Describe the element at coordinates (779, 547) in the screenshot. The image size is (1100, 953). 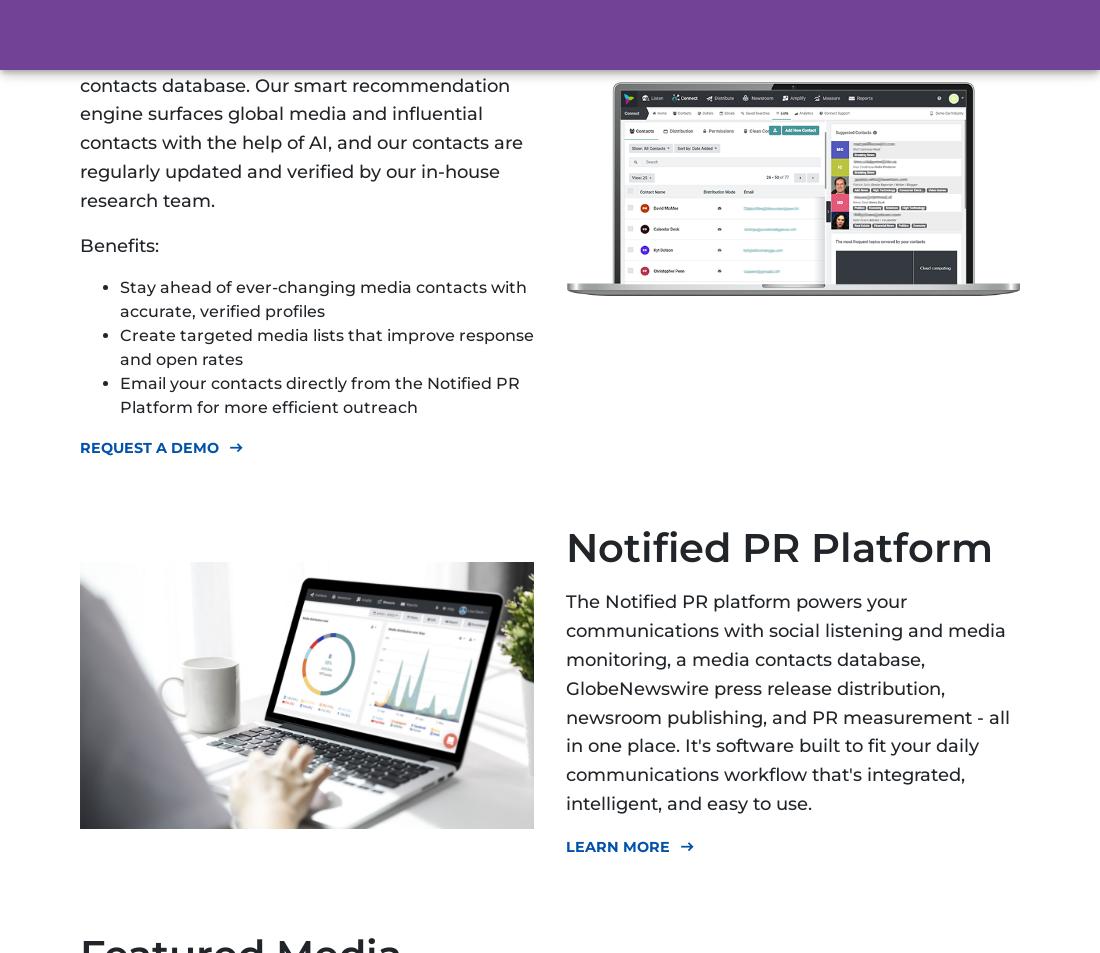
I see `'Notified PR Platform'` at that location.